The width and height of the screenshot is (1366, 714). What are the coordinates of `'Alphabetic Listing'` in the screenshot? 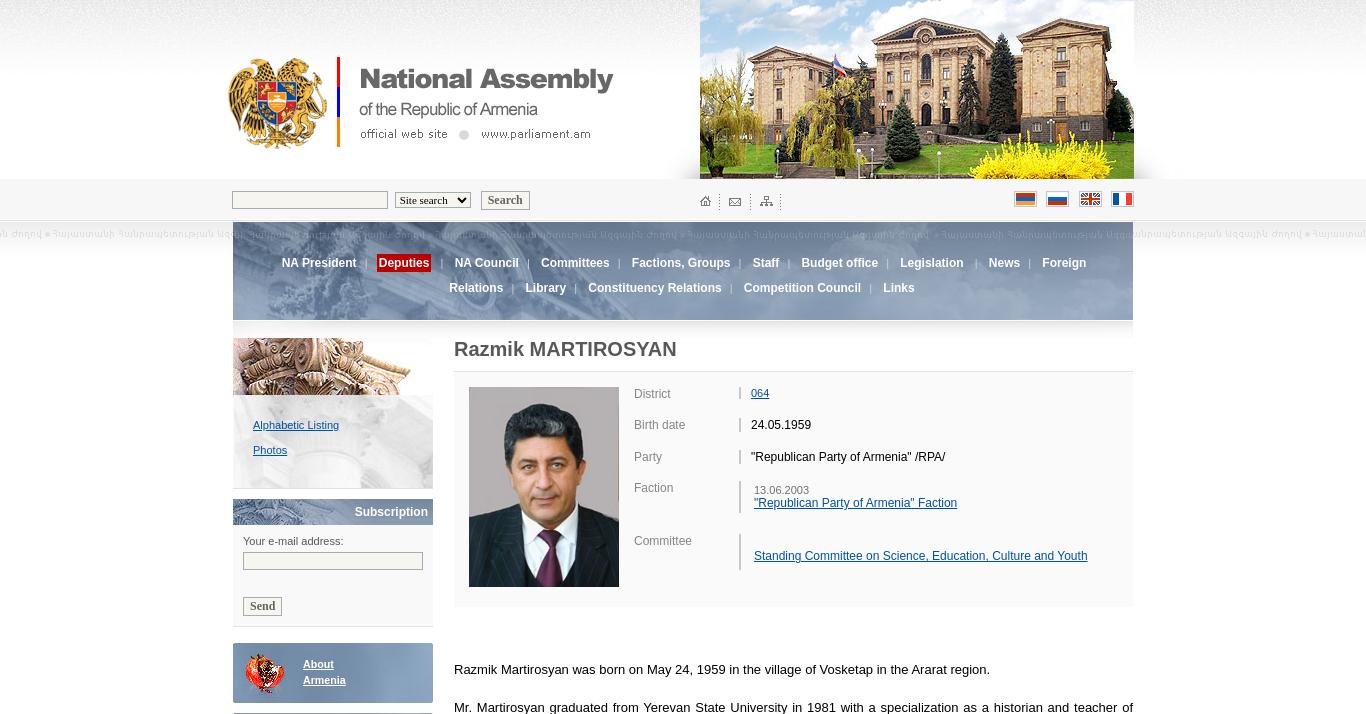 It's located at (296, 424).